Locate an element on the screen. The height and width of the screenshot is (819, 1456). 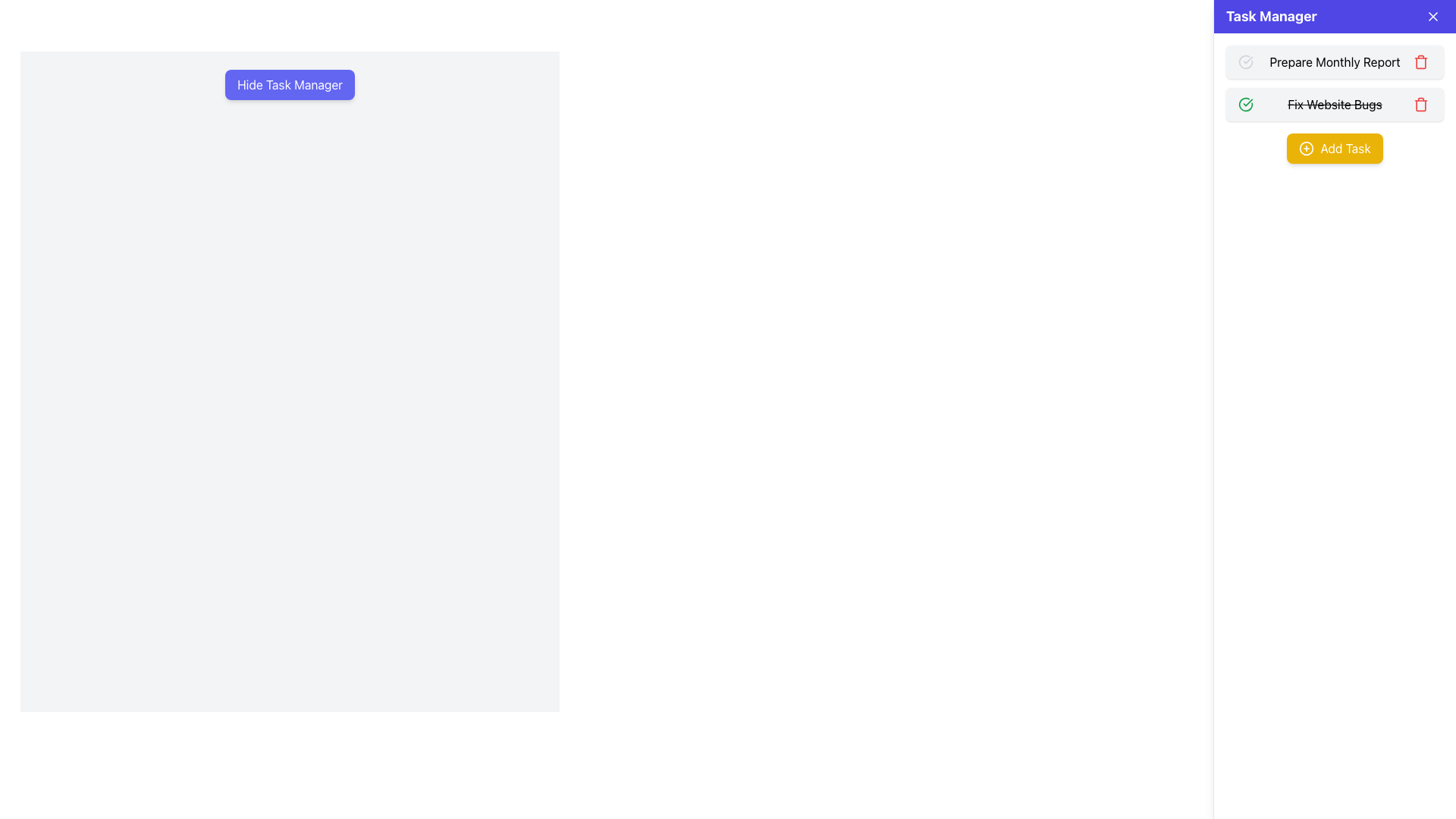
the icon that serves as a symbolic indicator for adding a task, located to the left of the 'Add Task' text is located at coordinates (1306, 149).